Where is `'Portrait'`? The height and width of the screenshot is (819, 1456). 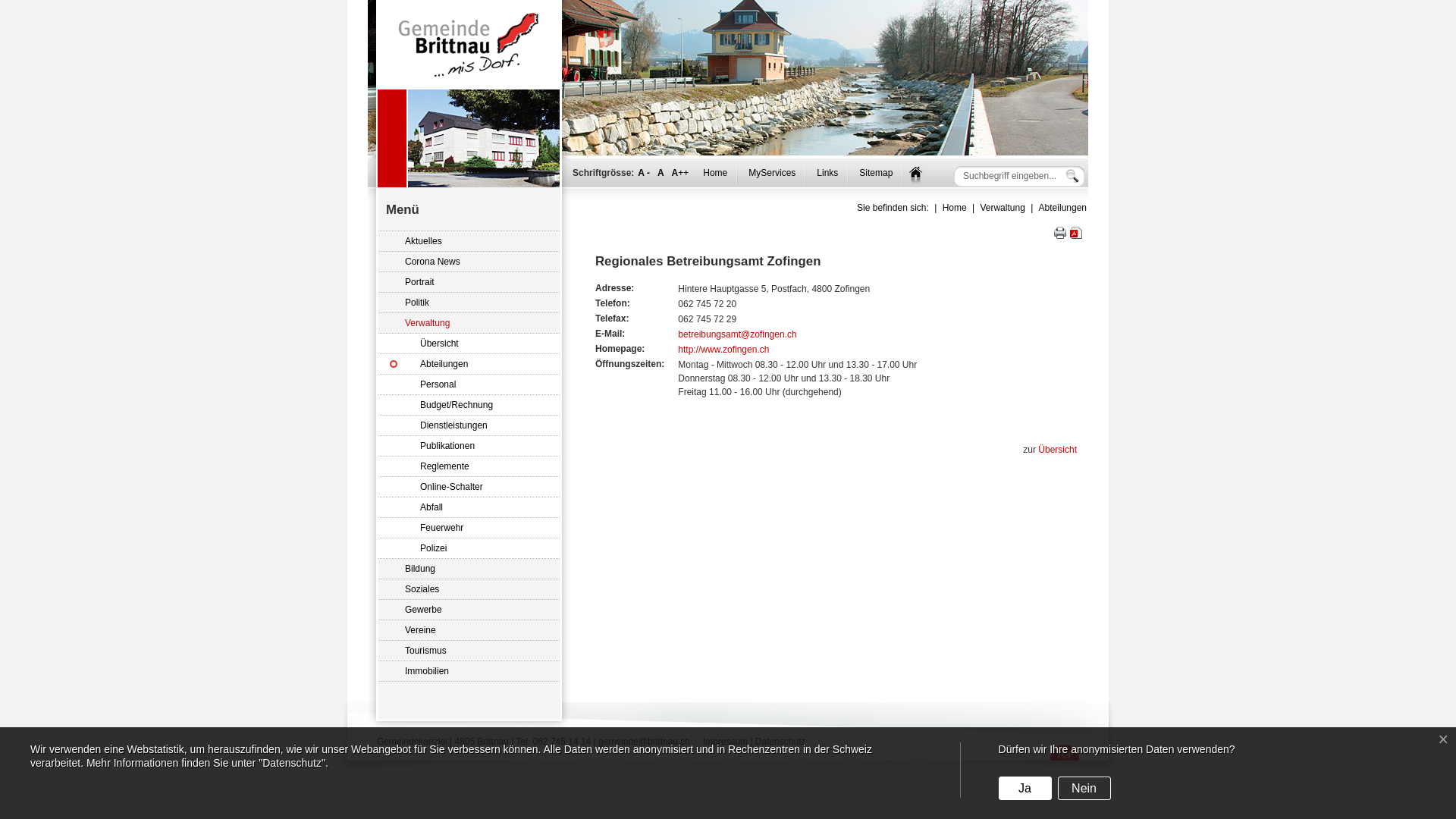 'Portrait' is located at coordinates (468, 282).